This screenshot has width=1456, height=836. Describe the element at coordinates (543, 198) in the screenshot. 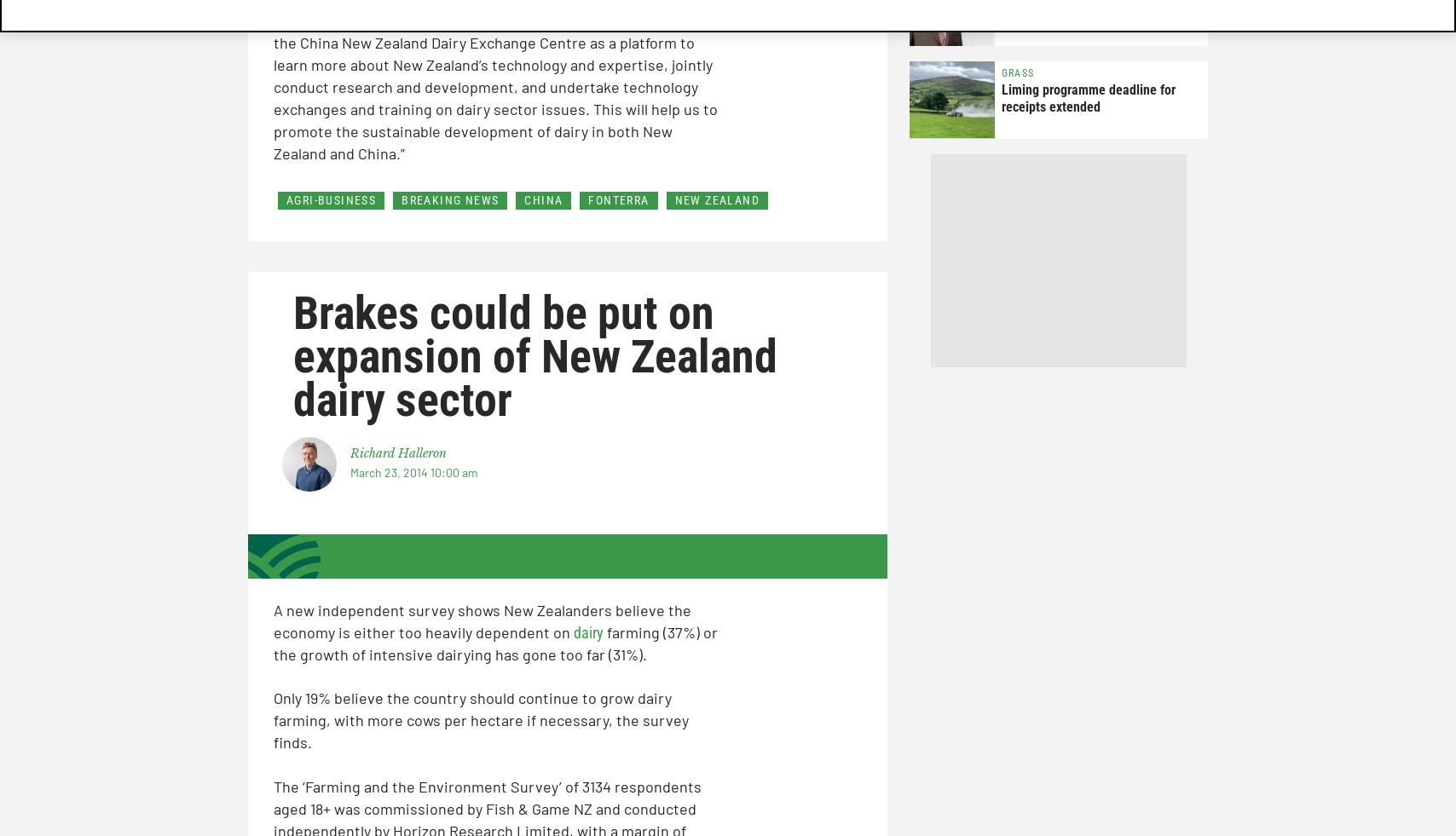

I see `'CHINA'` at that location.